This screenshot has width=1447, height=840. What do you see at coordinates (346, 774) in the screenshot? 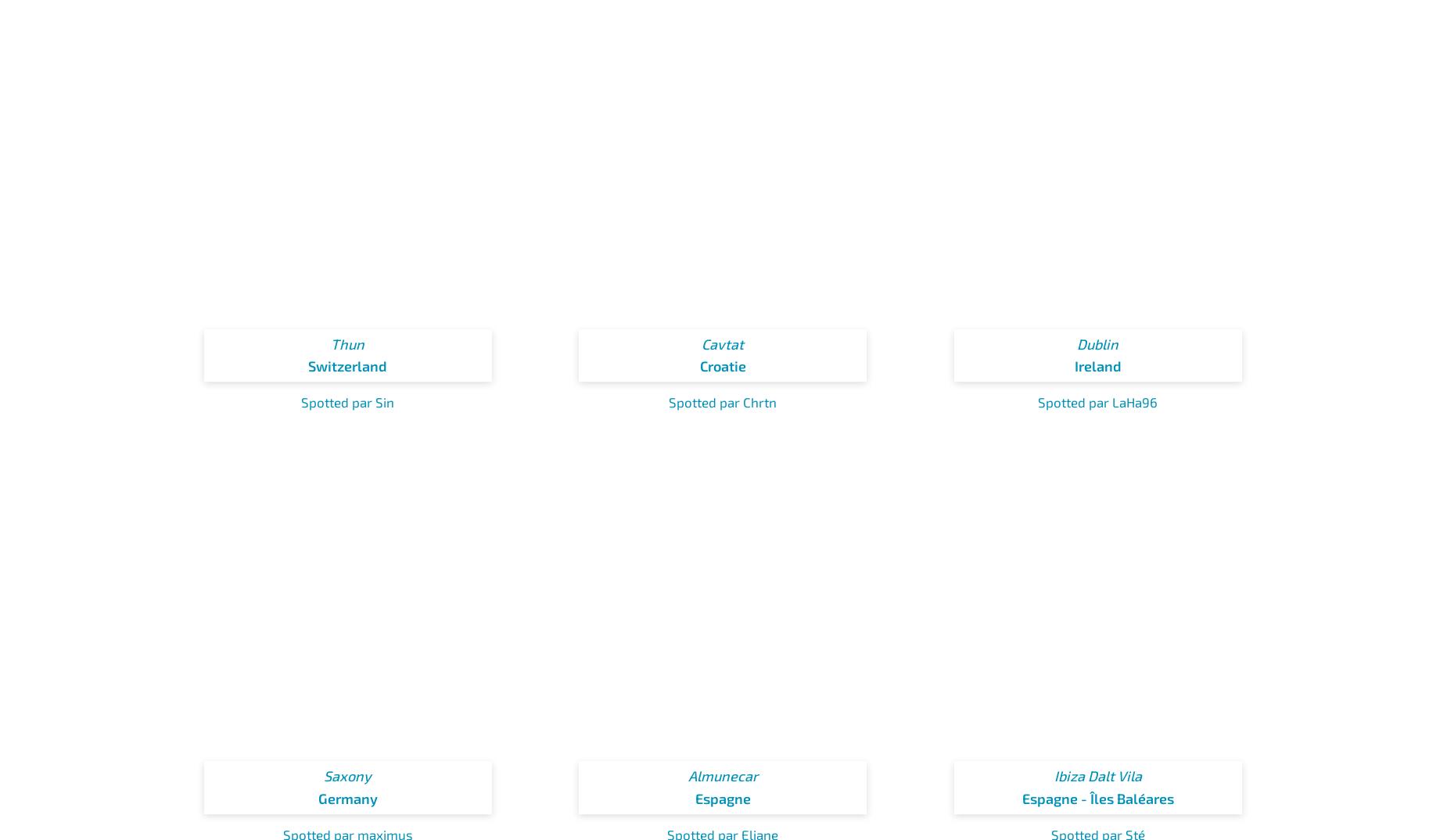
I see `'Saxony'` at bounding box center [346, 774].